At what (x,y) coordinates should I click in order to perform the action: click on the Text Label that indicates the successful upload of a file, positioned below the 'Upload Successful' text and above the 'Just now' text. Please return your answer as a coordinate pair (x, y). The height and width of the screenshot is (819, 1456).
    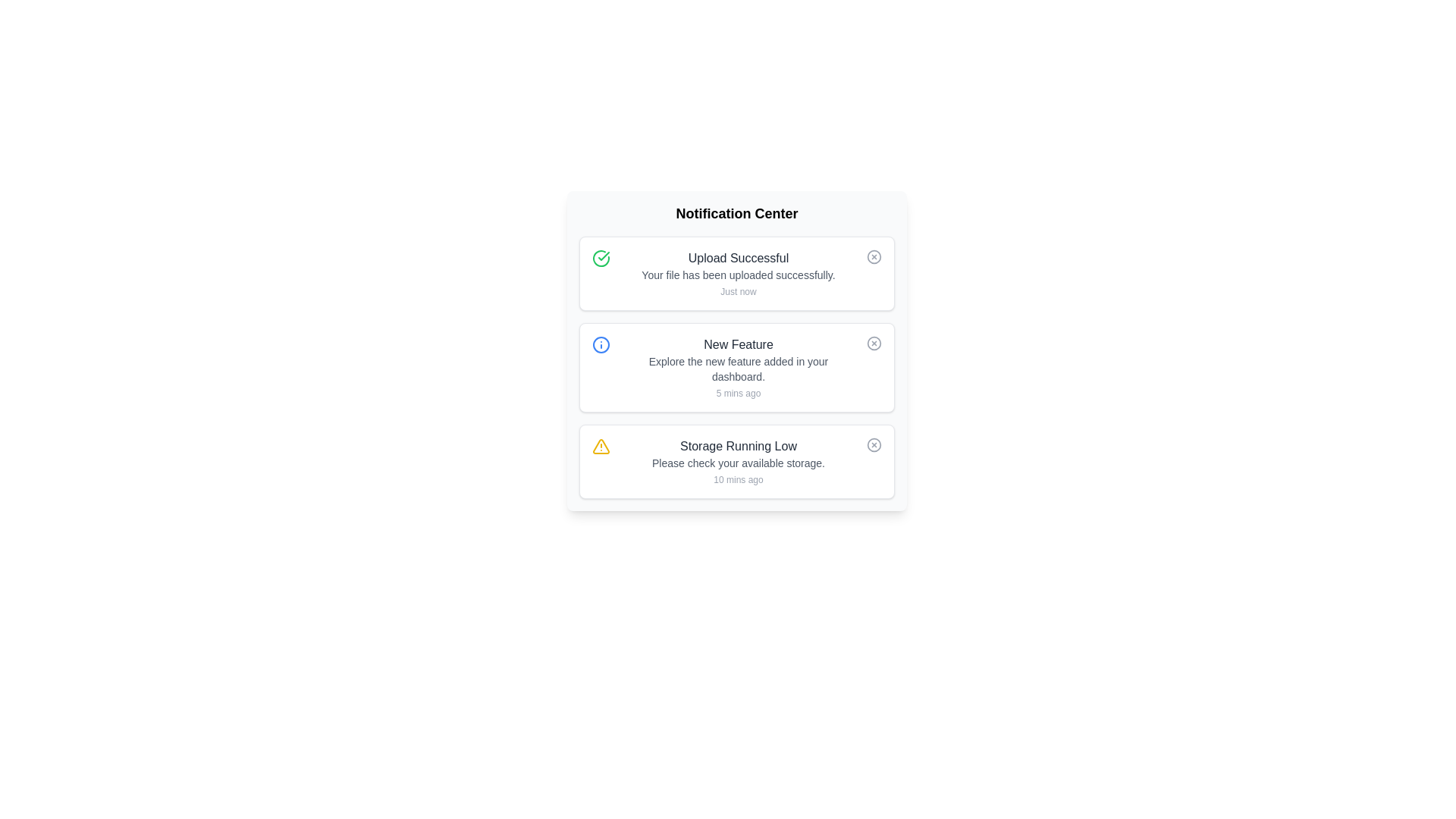
    Looking at the image, I should click on (739, 275).